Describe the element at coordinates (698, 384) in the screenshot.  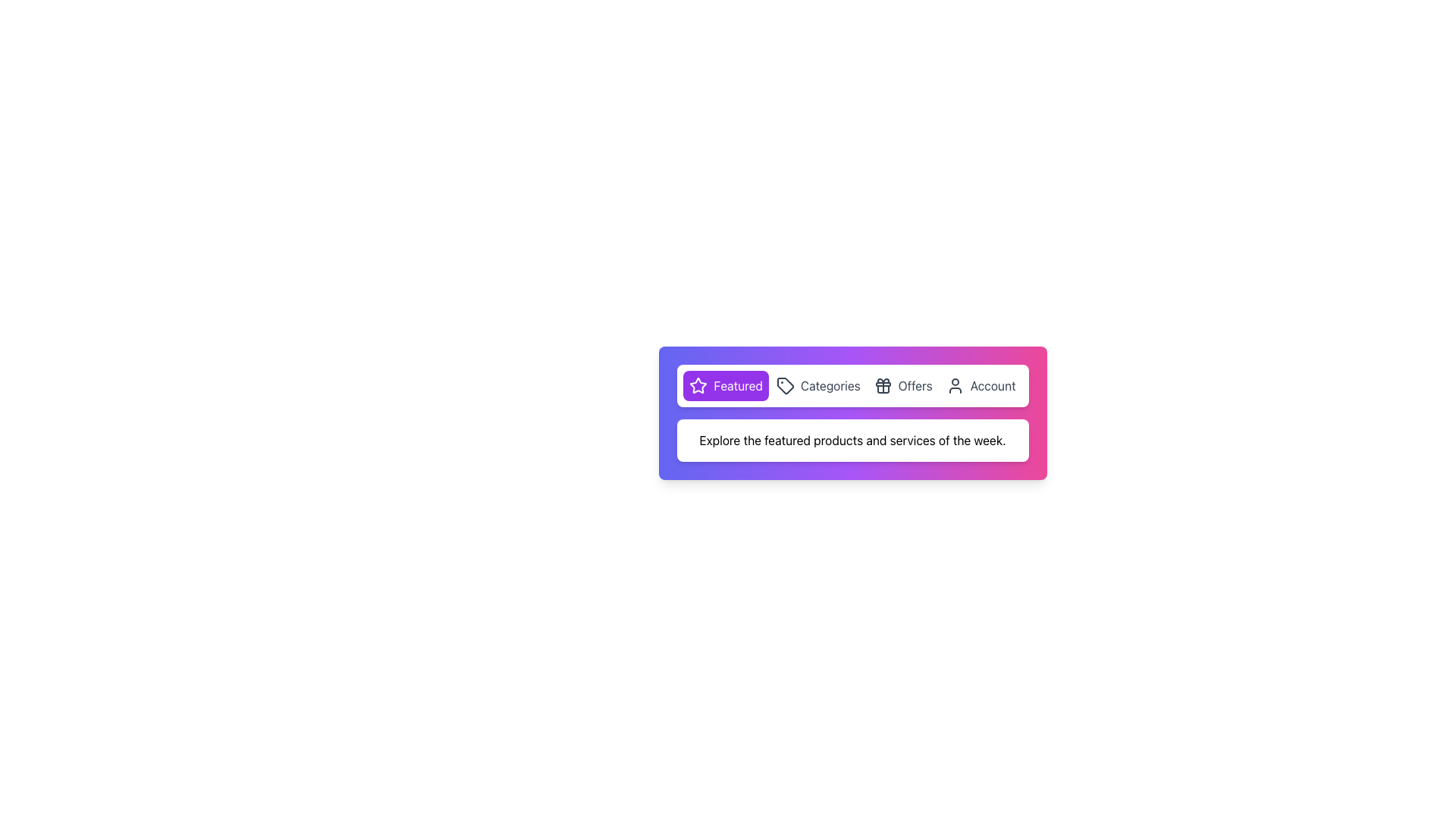
I see `the star icon located in the 'Featured' button` at that location.